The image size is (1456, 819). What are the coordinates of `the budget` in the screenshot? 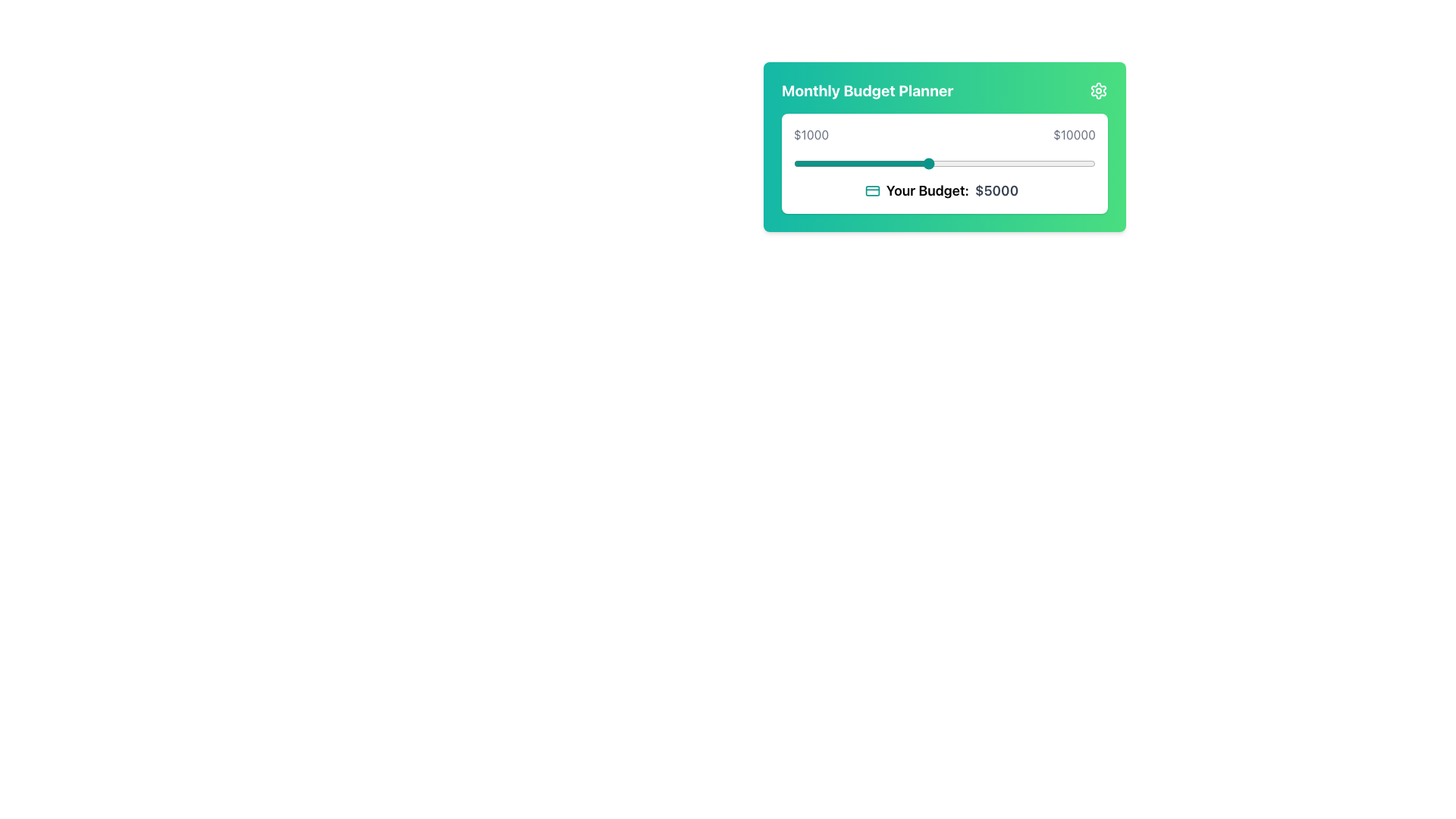 It's located at (874, 164).